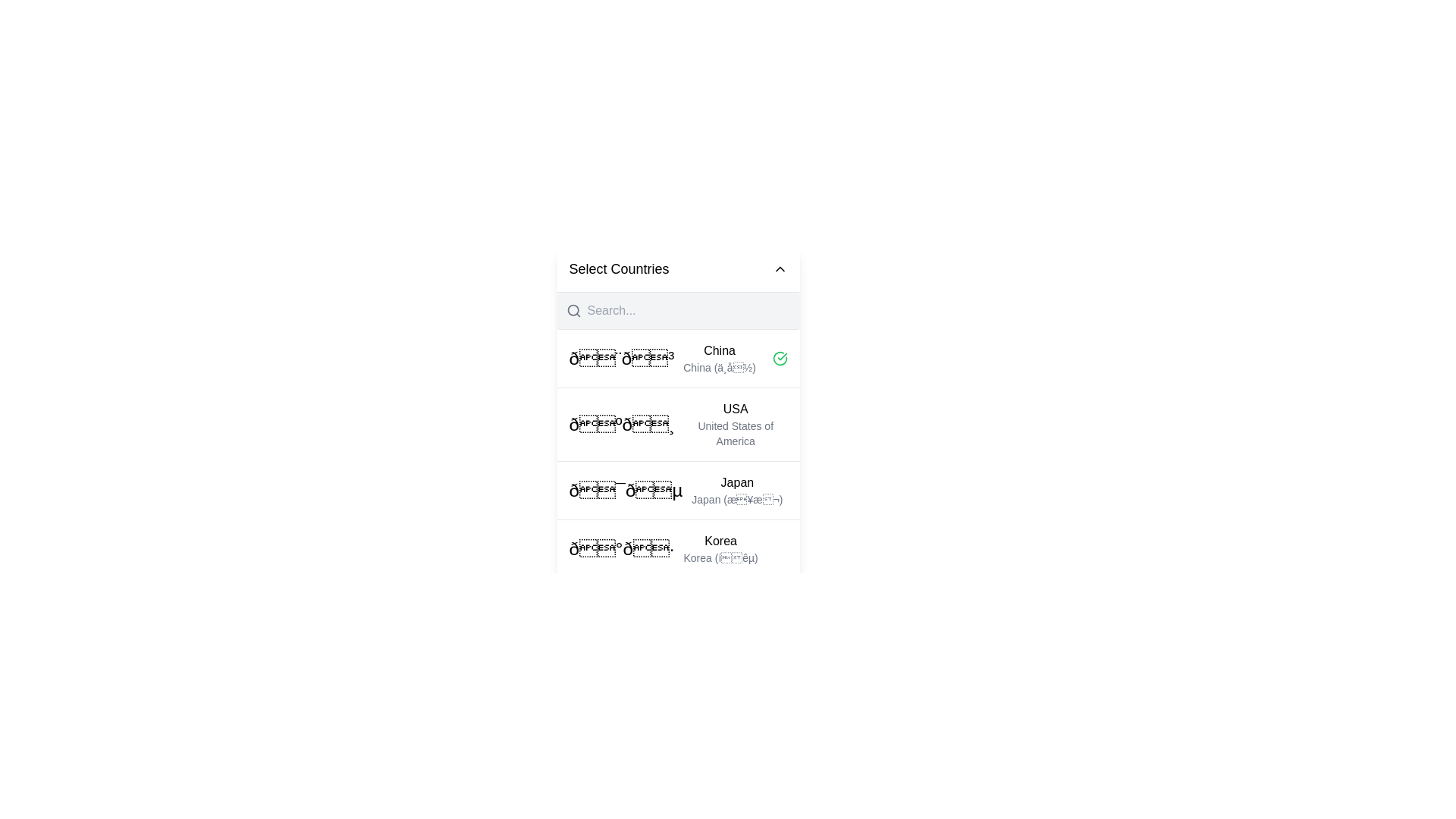 The width and height of the screenshot is (1456, 819). Describe the element at coordinates (736, 424) in the screenshot. I see `the list item representing the country 'United States of America'` at that location.